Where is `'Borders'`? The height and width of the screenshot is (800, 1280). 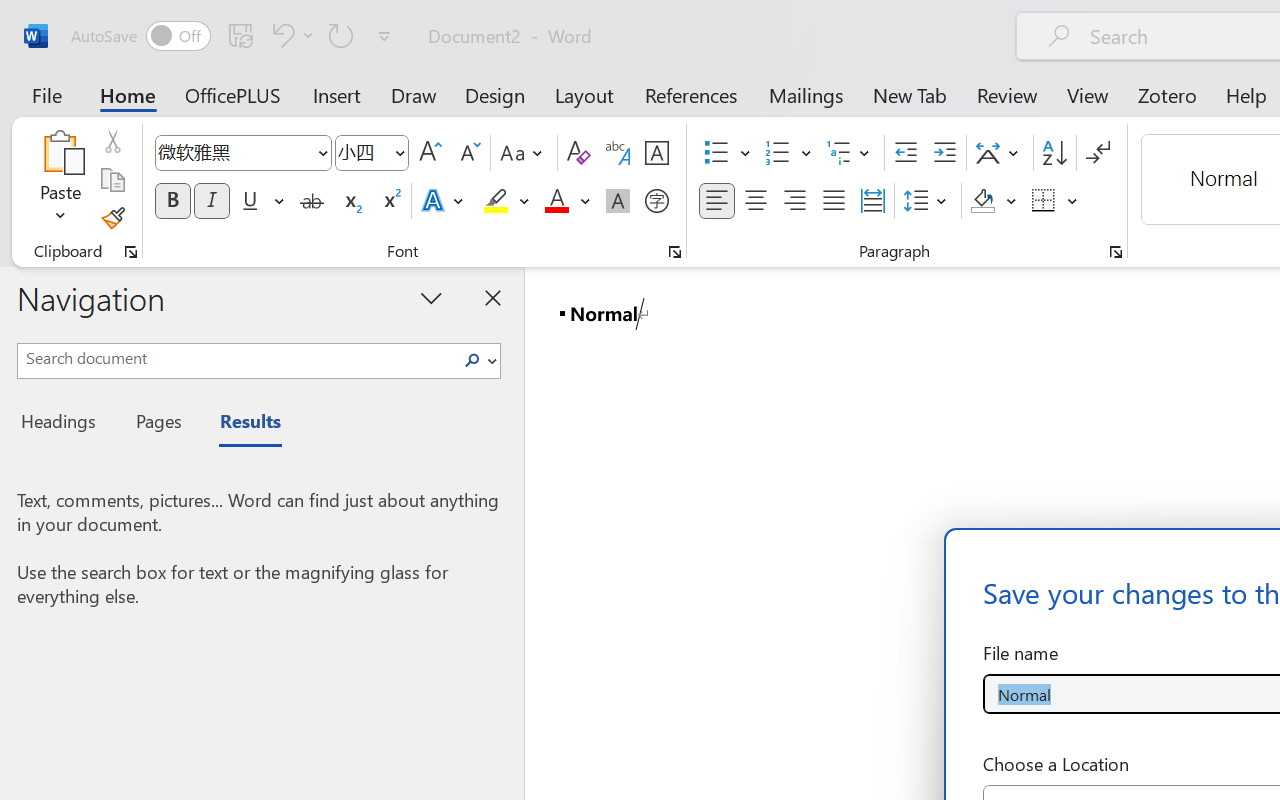 'Borders' is located at coordinates (1054, 201).